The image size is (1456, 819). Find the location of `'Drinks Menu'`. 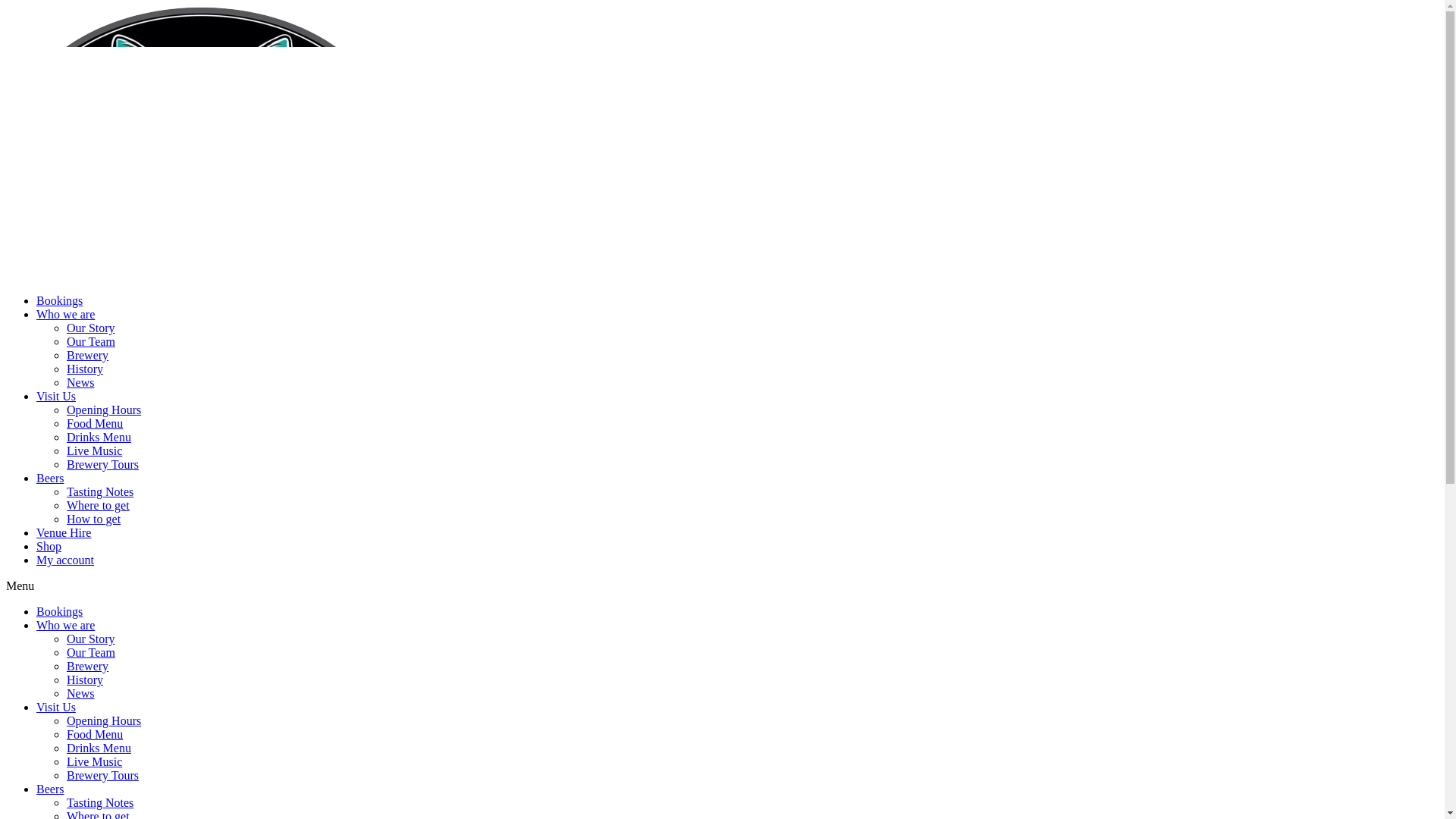

'Drinks Menu' is located at coordinates (98, 437).